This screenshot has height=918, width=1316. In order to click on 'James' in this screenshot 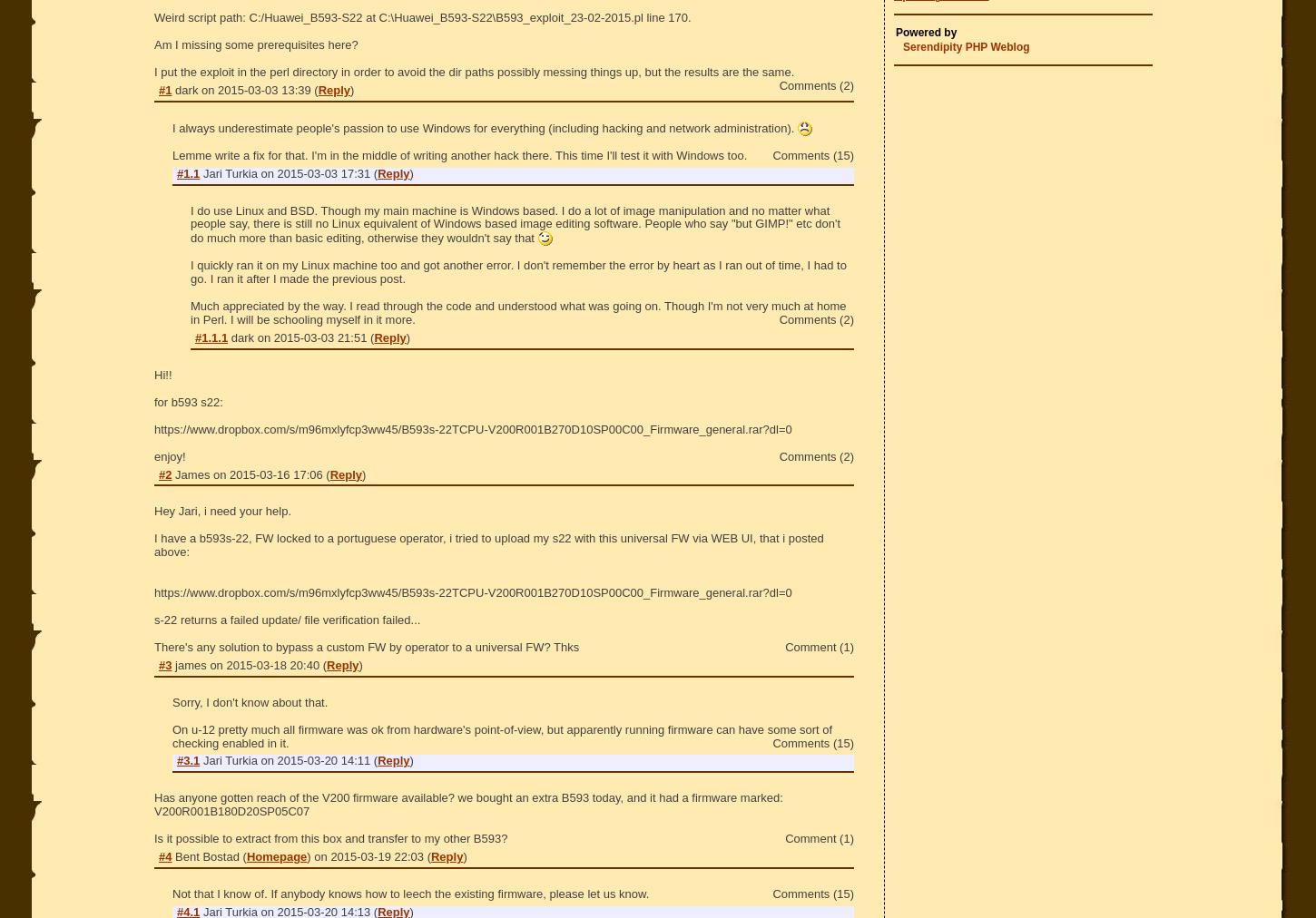, I will do `click(193, 473)`.